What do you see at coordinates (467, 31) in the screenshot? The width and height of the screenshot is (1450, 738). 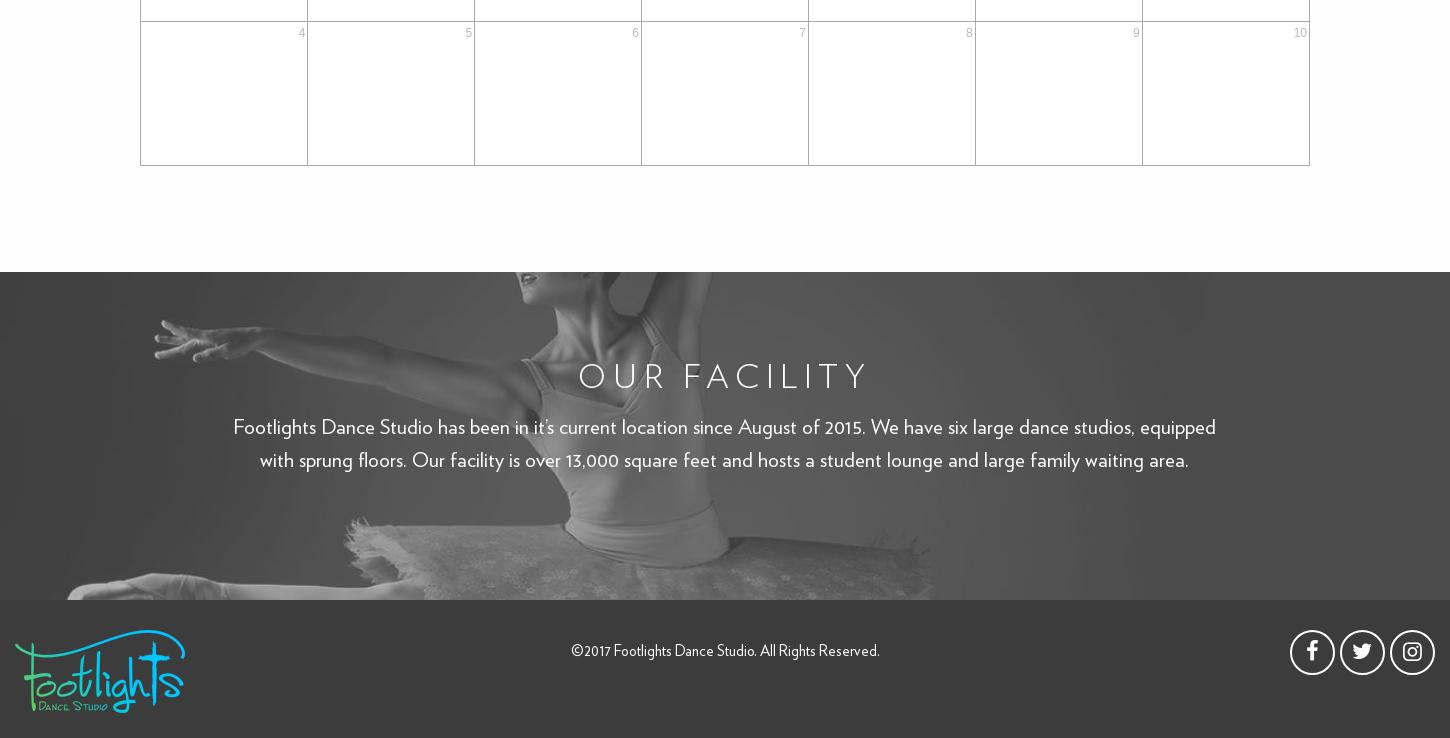 I see `'5'` at bounding box center [467, 31].